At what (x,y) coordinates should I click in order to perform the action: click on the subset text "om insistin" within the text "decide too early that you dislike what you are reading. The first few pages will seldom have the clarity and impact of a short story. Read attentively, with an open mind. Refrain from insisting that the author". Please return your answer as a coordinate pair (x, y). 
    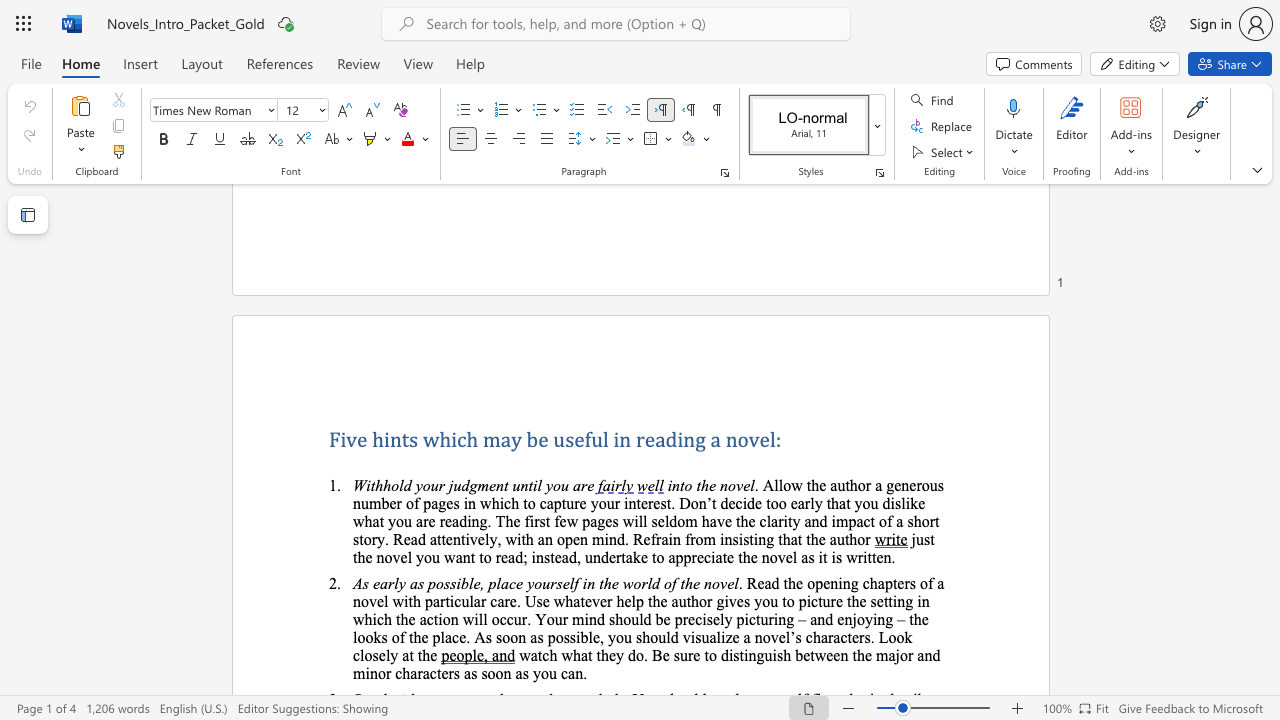
    Looking at the image, I should click on (695, 538).